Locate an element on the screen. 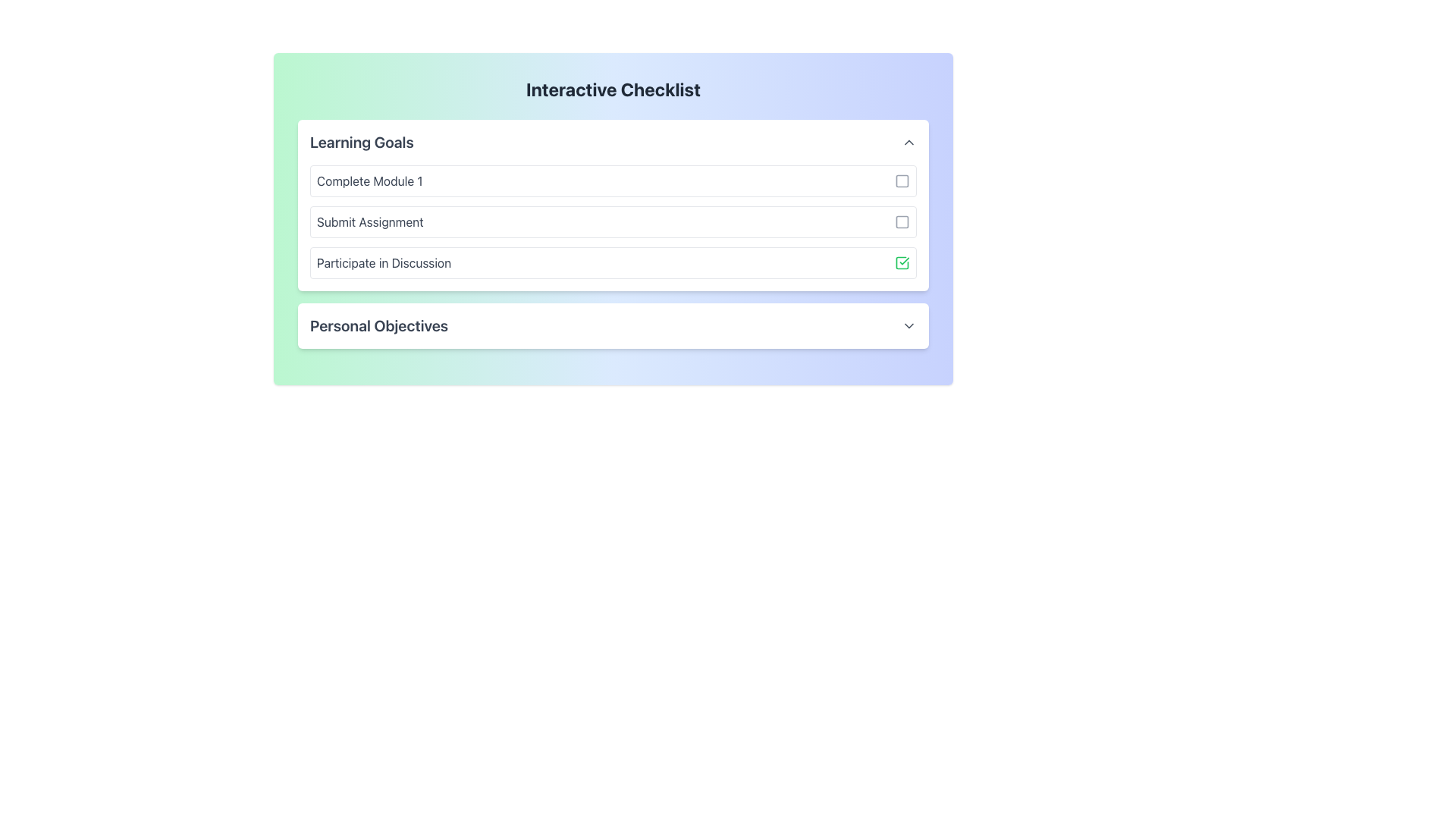 This screenshot has width=1456, height=819. the checkbox for the 'Submit Assignment' task located in the 'Learning Goals' section is located at coordinates (902, 222).